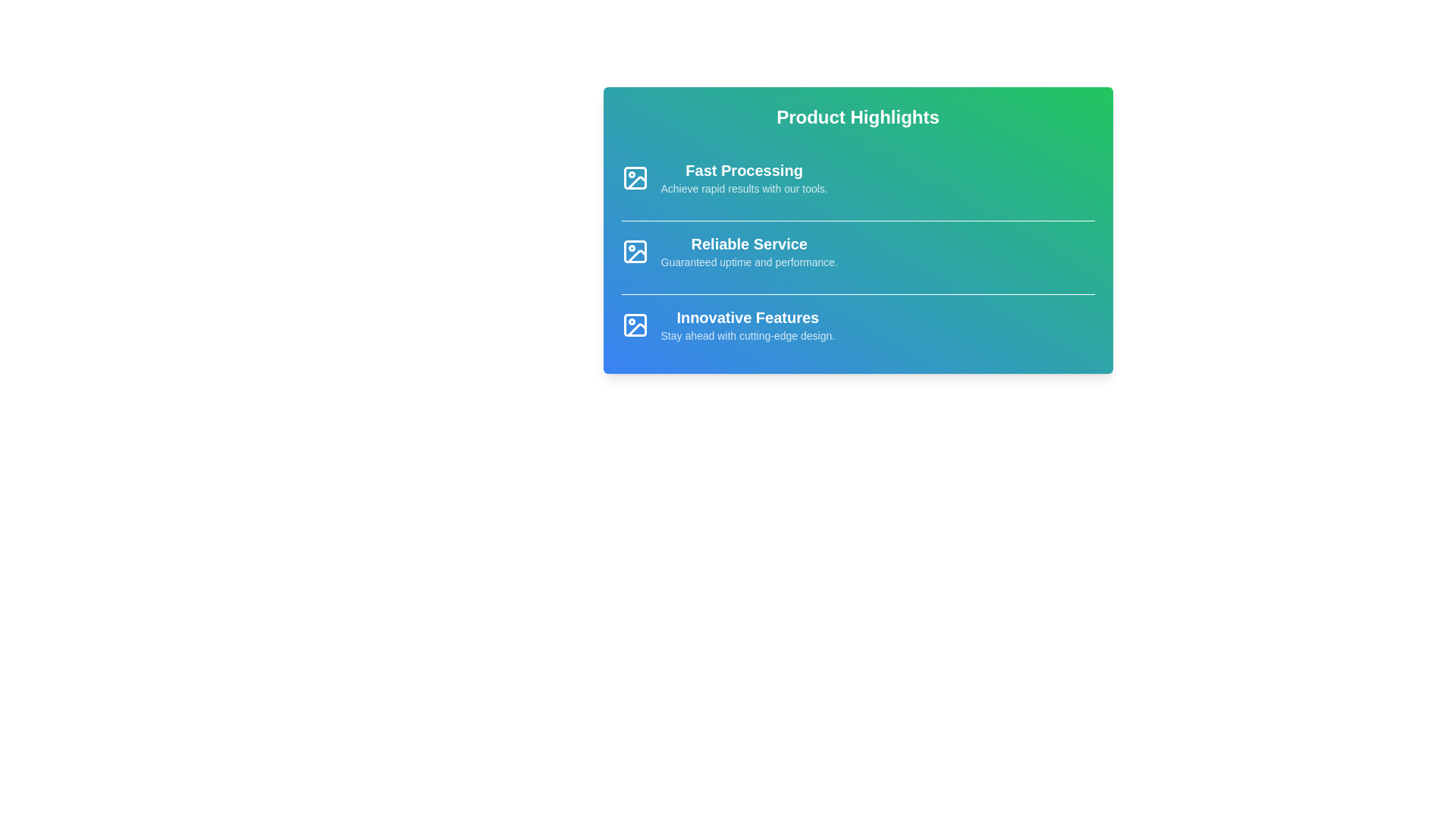 The image size is (1456, 819). What do you see at coordinates (858, 116) in the screenshot?
I see `the 'Product Highlights' label, which is a bold white text centered at the top of a card layout with a gradient background` at bounding box center [858, 116].